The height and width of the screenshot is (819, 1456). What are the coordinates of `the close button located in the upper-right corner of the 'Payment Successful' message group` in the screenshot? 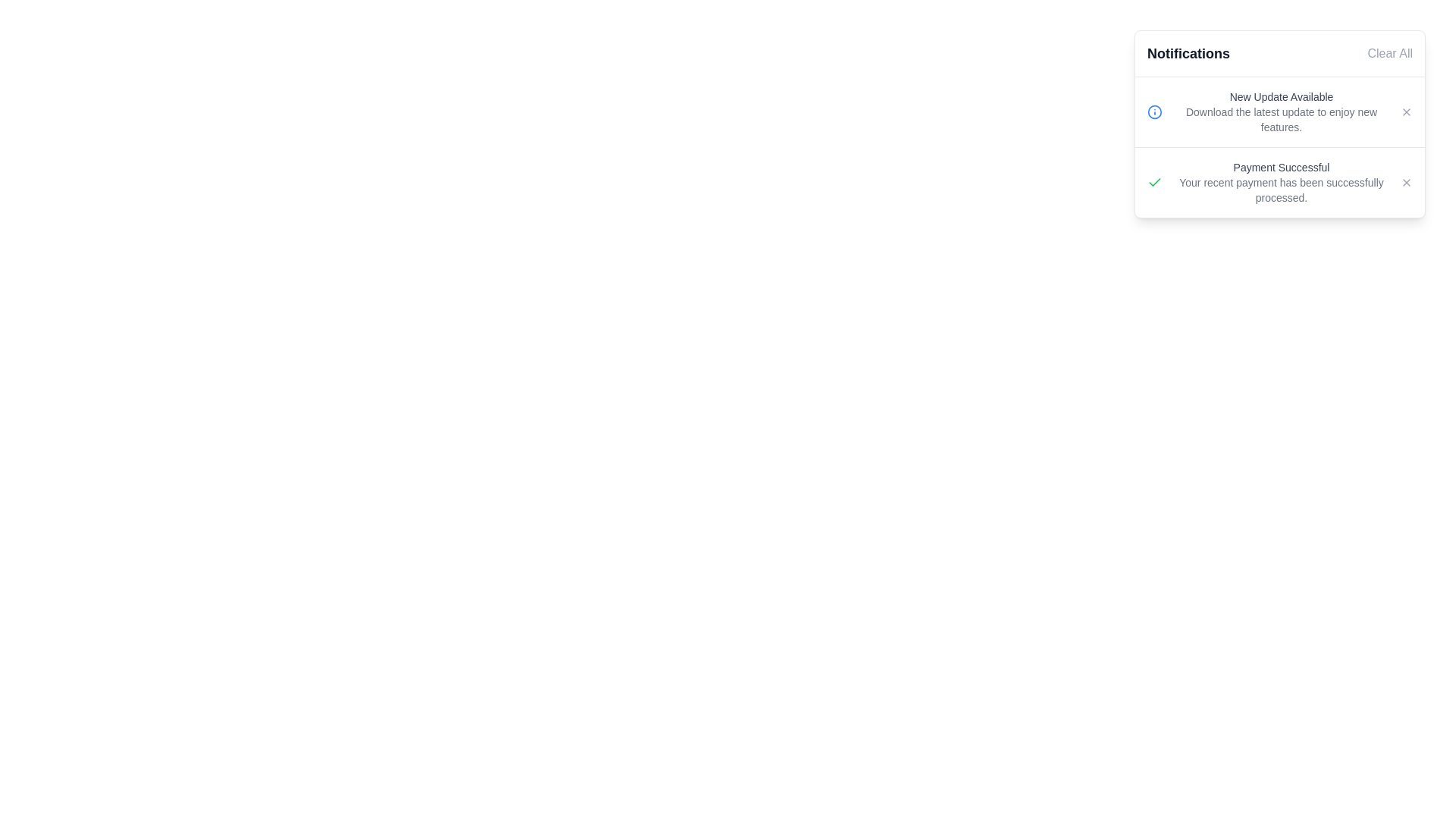 It's located at (1405, 181).